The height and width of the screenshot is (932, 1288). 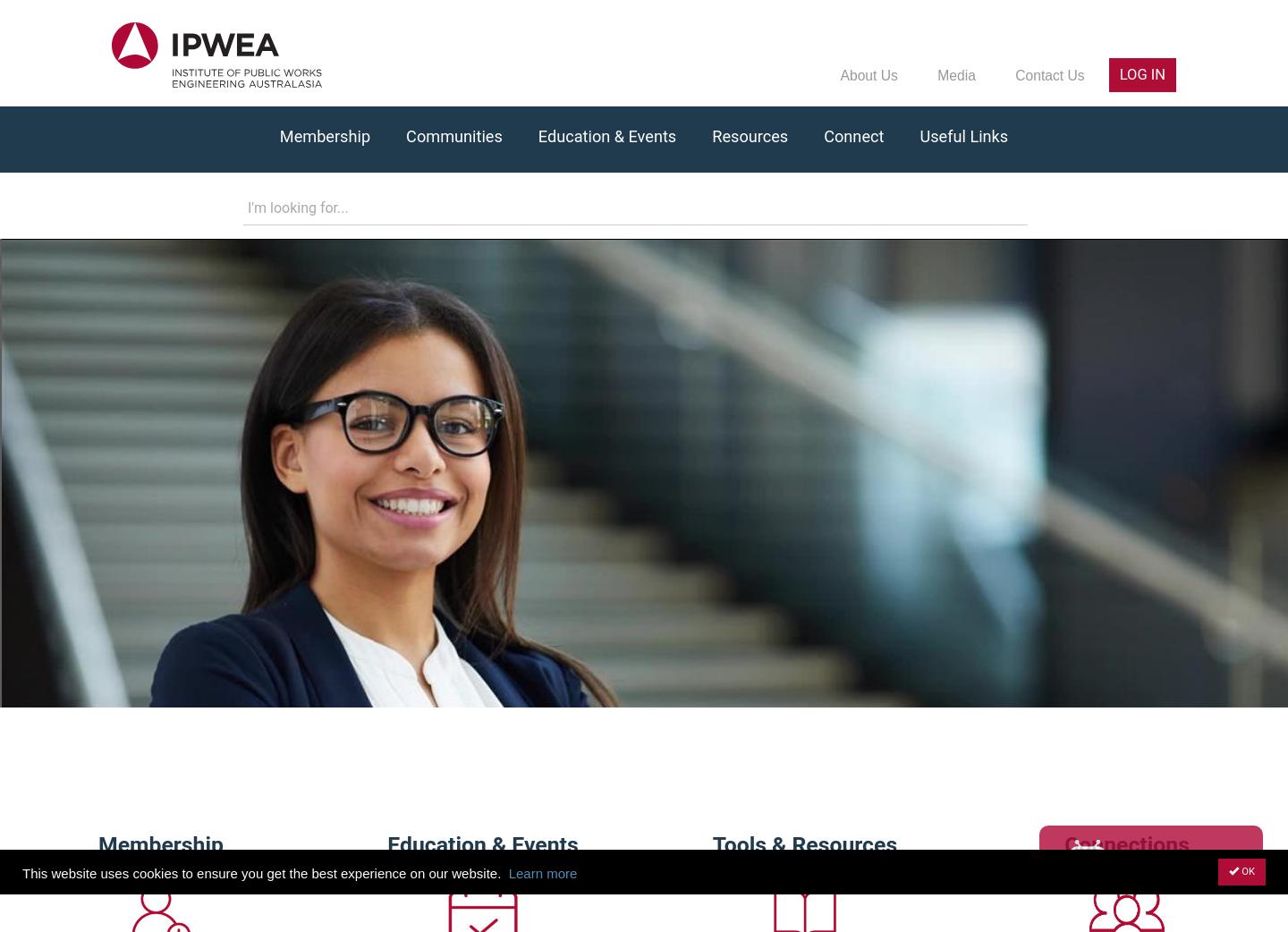 What do you see at coordinates (853, 136) in the screenshot?
I see `'Connect'` at bounding box center [853, 136].